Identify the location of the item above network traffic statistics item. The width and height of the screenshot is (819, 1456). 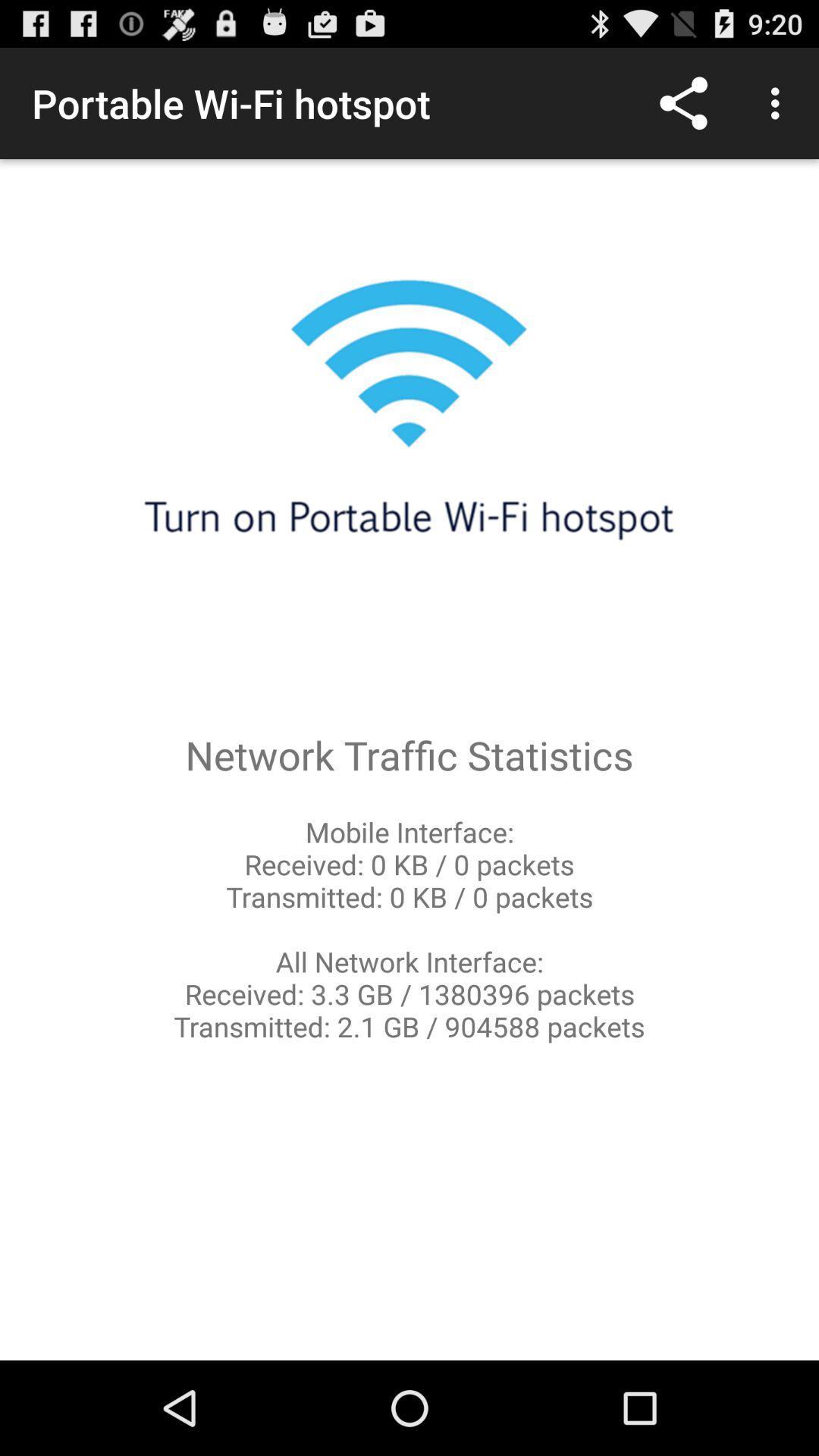
(779, 102).